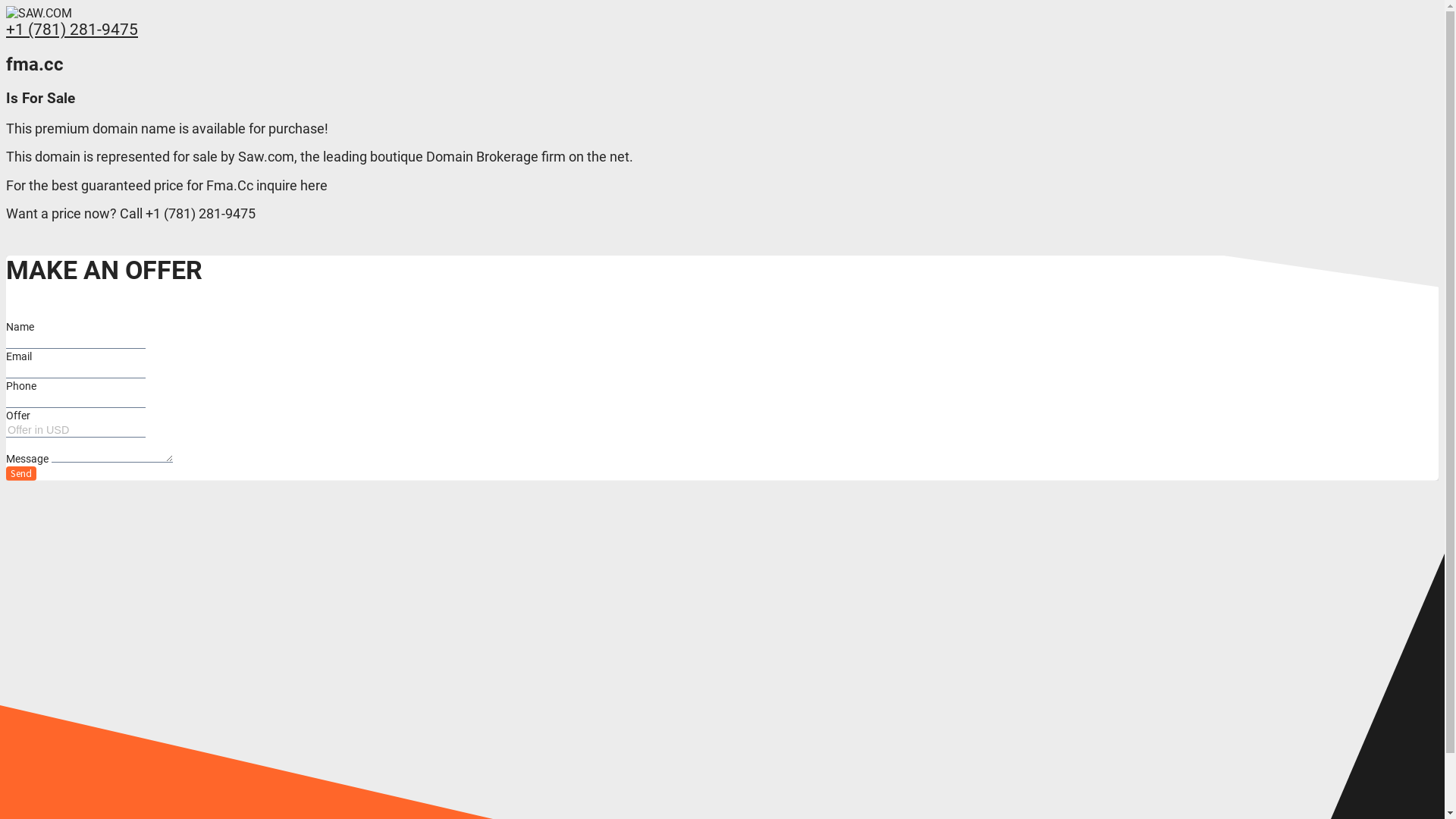 The width and height of the screenshot is (1456, 819). Describe the element at coordinates (71, 29) in the screenshot. I see `'+1 (781) 281-9475'` at that location.